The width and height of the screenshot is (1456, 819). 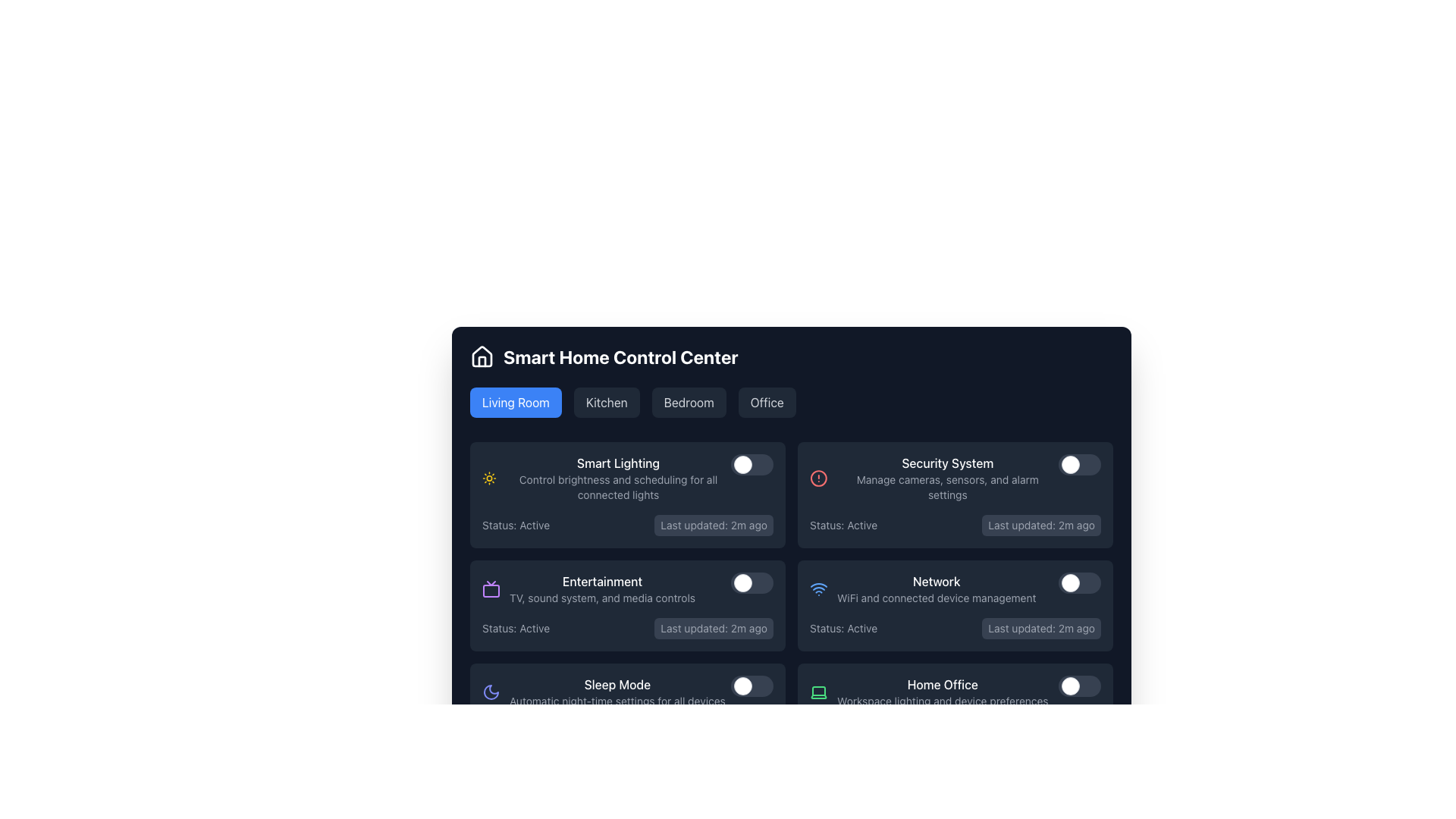 I want to click on the static text element that provides descriptive information about the 'Security System,' which is located directly under the heading in the upper-right card labeled 'Security System.', so click(x=946, y=488).